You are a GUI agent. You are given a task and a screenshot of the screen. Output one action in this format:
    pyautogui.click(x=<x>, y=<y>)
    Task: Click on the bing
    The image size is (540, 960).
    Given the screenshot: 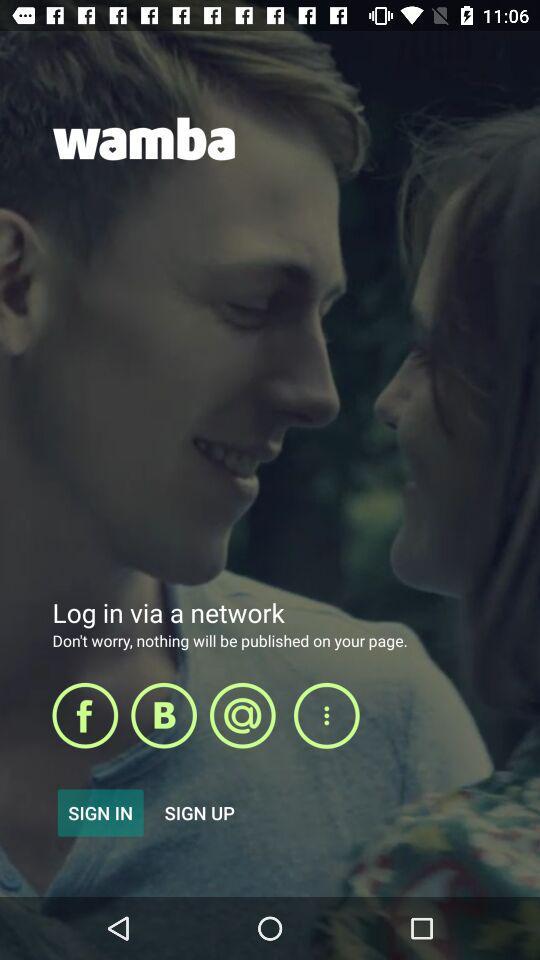 What is the action you would take?
    pyautogui.click(x=163, y=715)
    